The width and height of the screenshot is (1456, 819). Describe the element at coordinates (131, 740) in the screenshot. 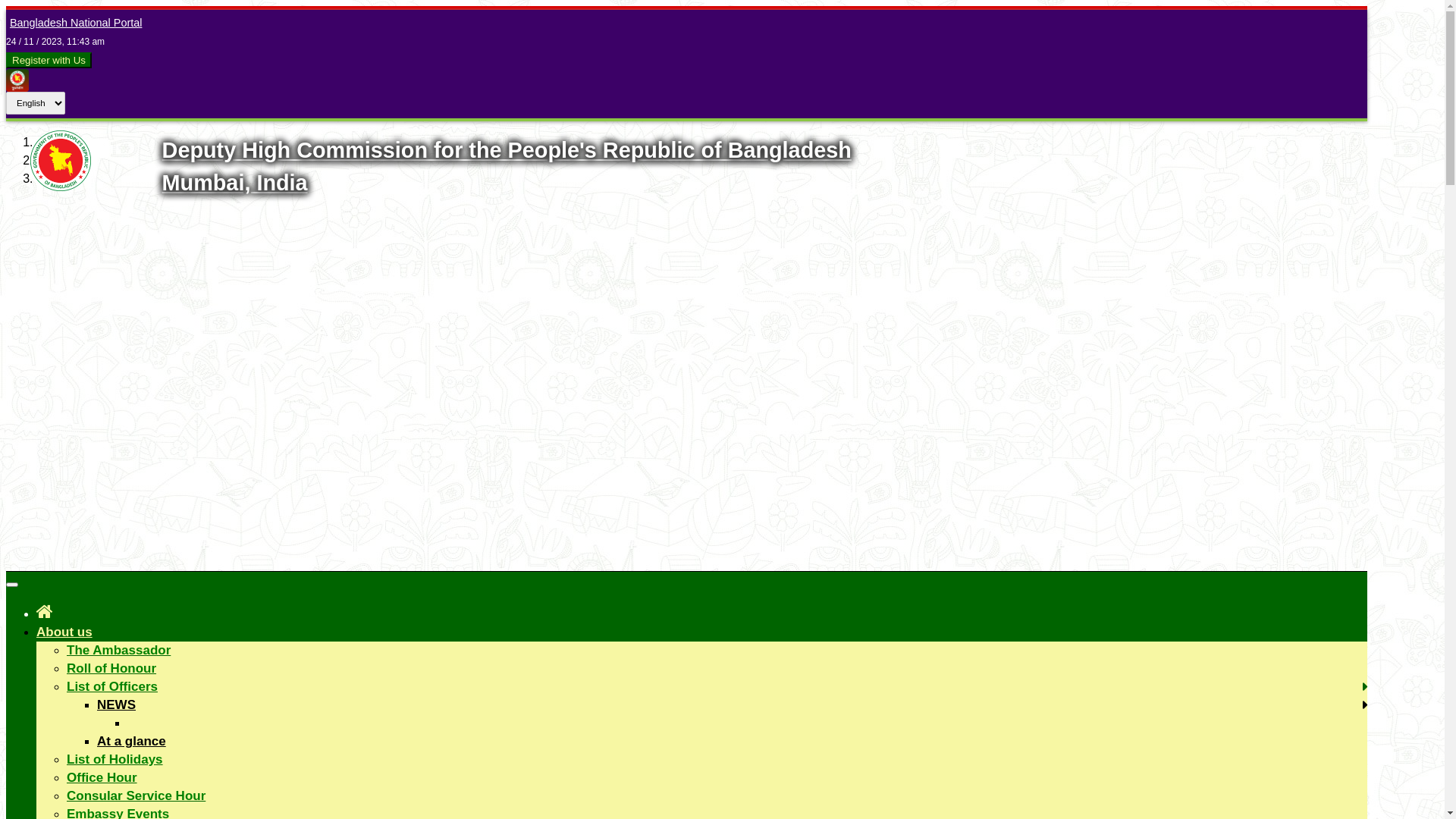

I see `'At a glance'` at that location.